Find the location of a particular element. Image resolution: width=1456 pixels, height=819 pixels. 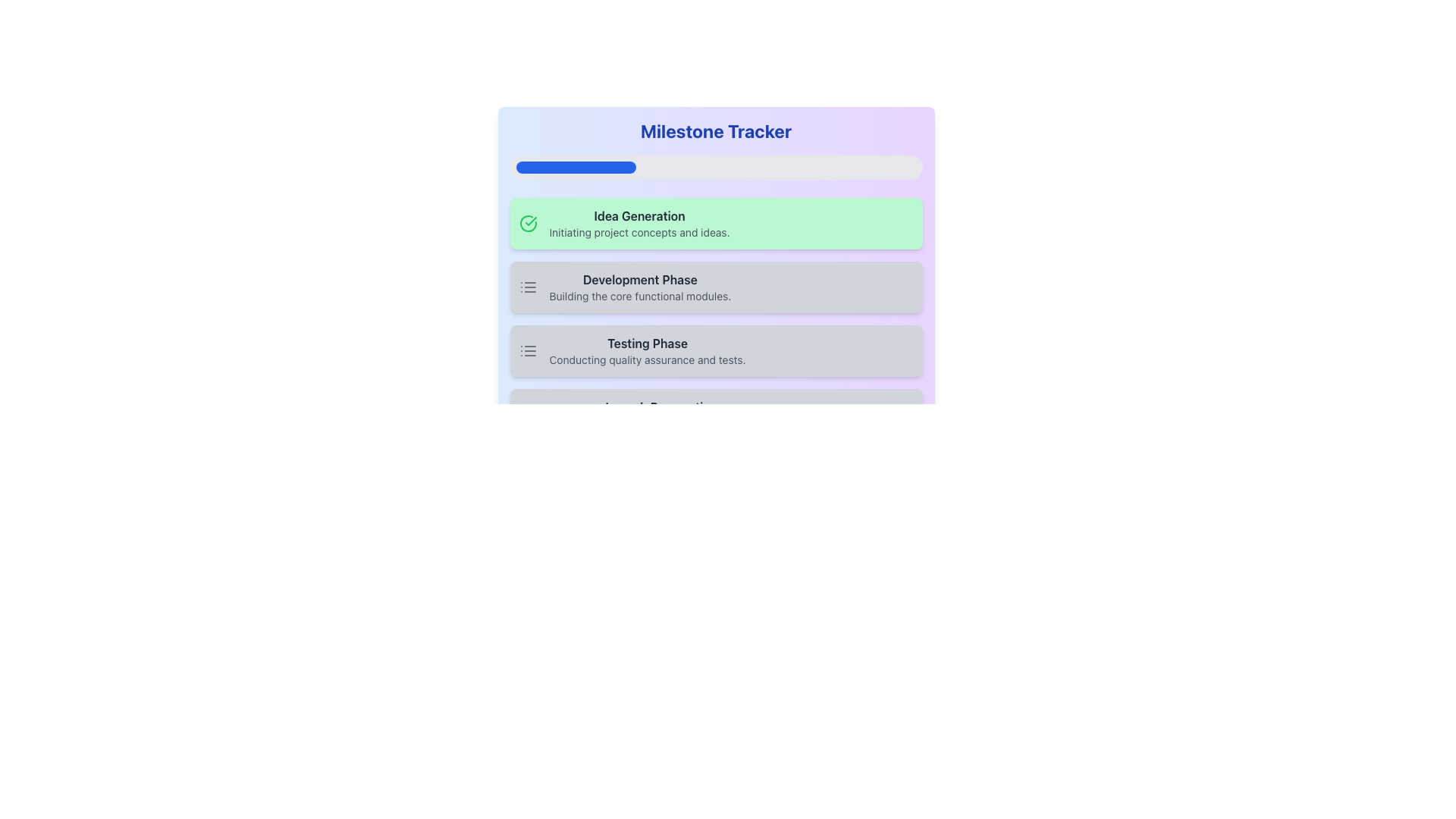

the text label reading 'Development Phase', which is centrally positioned within the second card-like section of the vertical list of milestones is located at coordinates (640, 280).